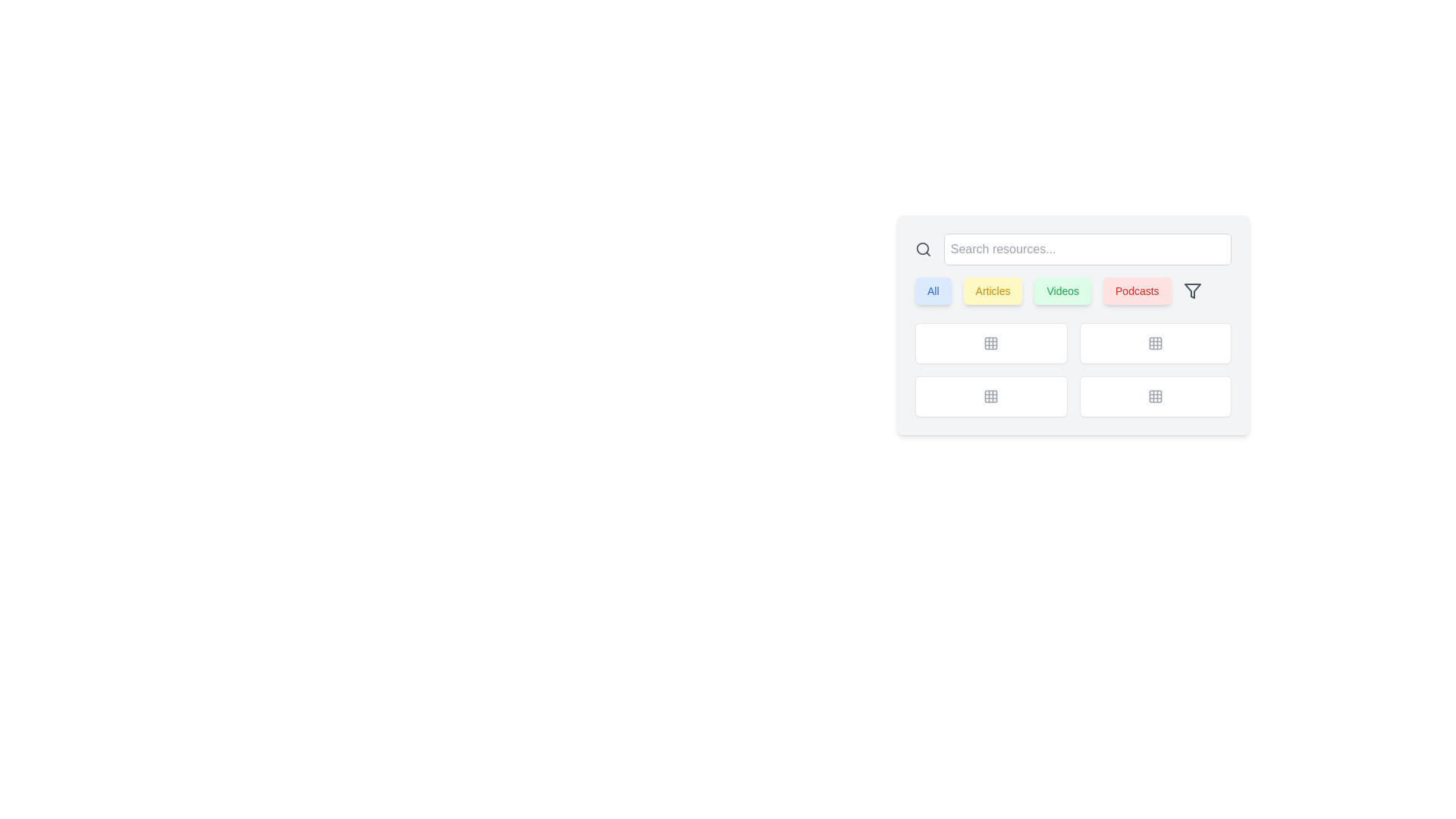 The image size is (1456, 819). I want to click on the grid layout icon located, so click(1154, 396).